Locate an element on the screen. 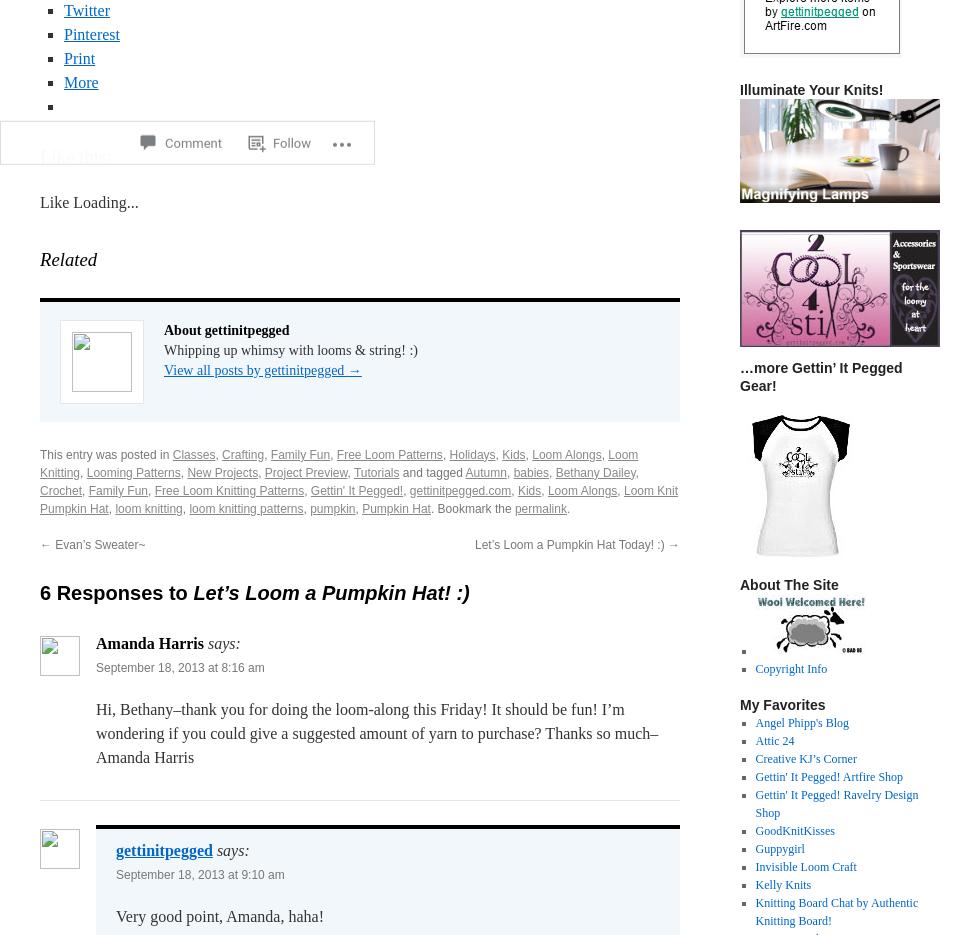 The width and height of the screenshot is (980, 935). 'Illuminate Your Knits!' is located at coordinates (811, 89).